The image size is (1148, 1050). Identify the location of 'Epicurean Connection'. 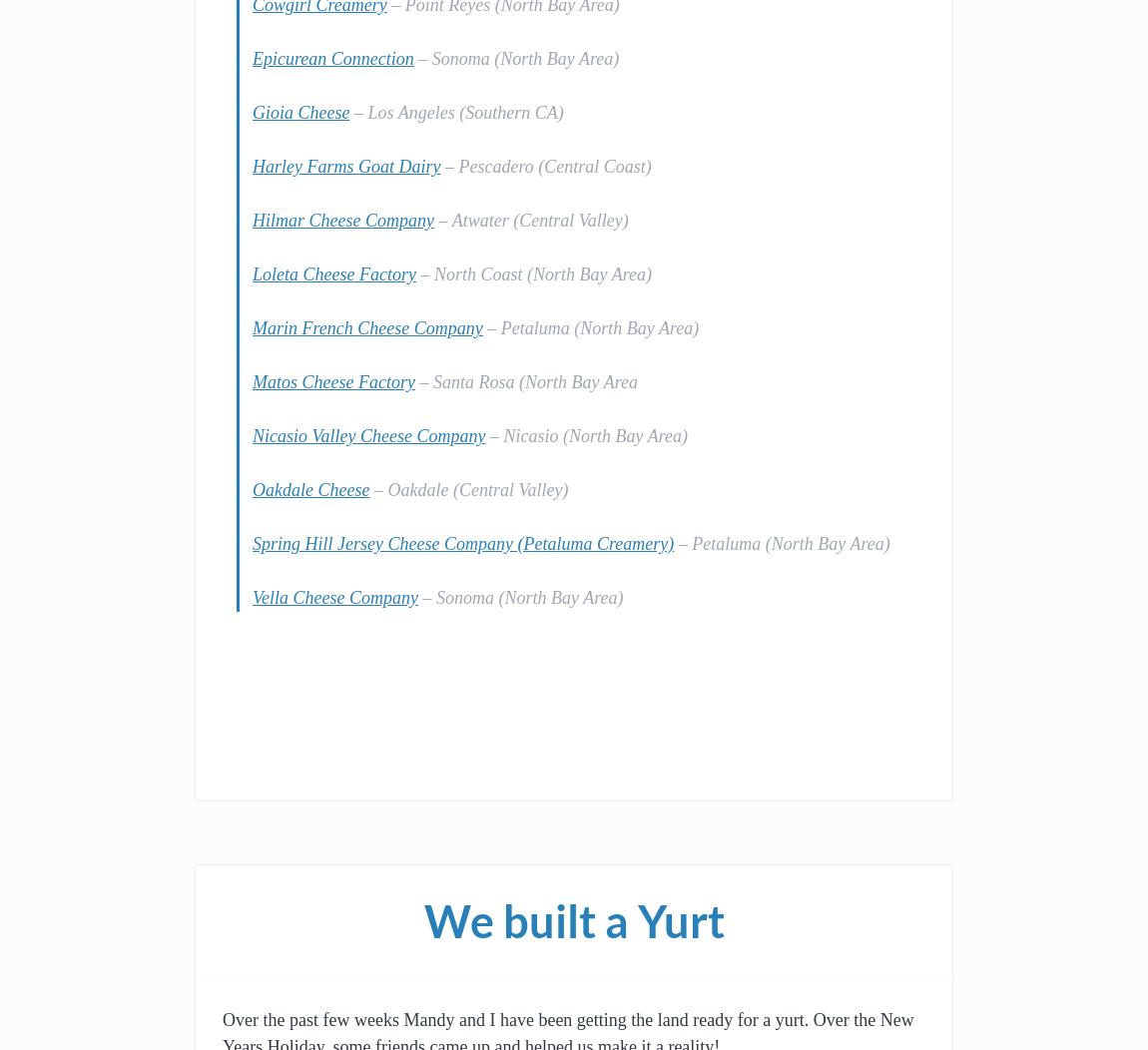
(252, 58).